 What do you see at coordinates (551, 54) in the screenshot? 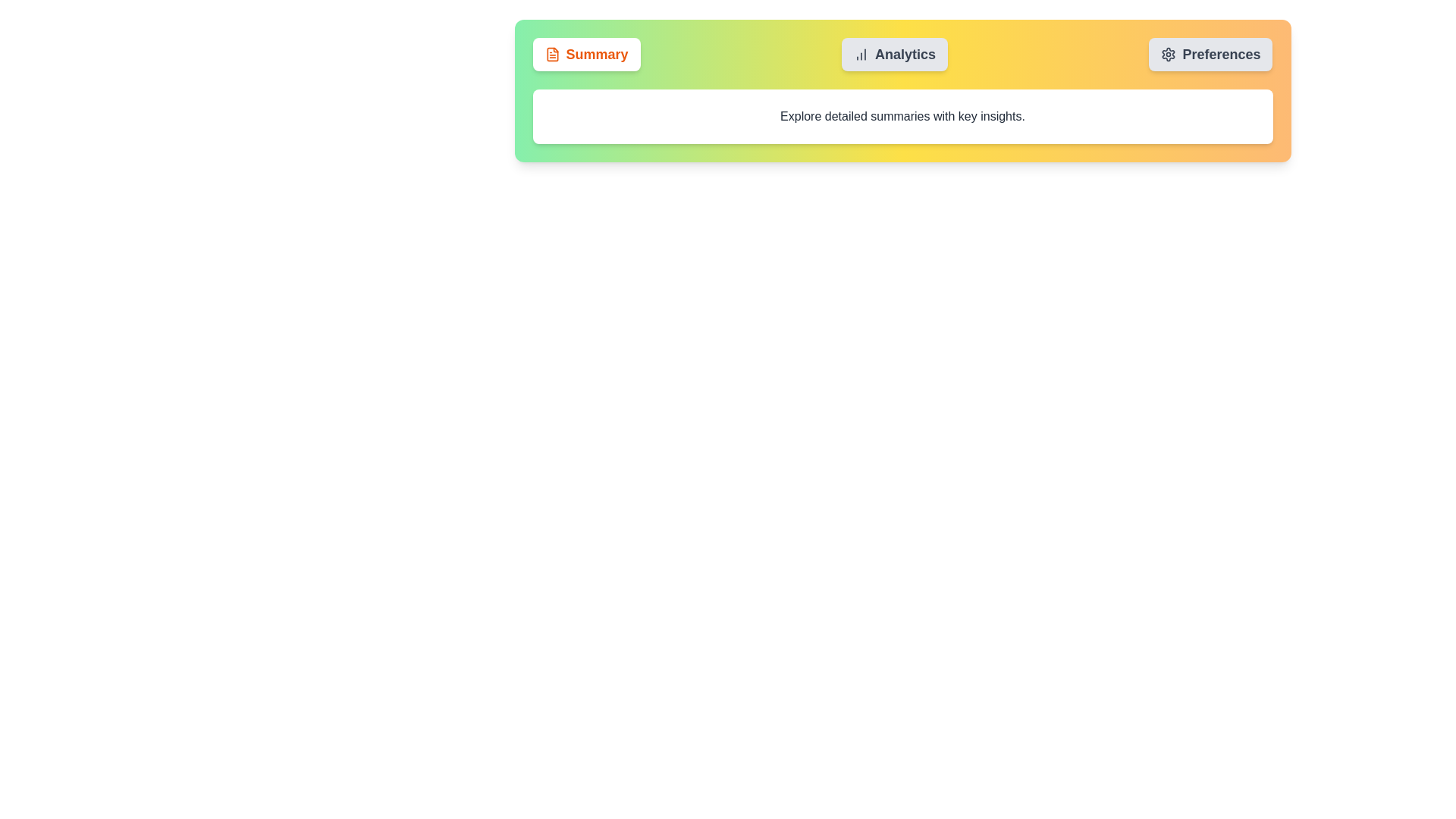
I see `the small monochromatic document icon, which is styled with a thin stroke and indicates text or file content, located at the far-left side of the 'Summary' button` at bounding box center [551, 54].